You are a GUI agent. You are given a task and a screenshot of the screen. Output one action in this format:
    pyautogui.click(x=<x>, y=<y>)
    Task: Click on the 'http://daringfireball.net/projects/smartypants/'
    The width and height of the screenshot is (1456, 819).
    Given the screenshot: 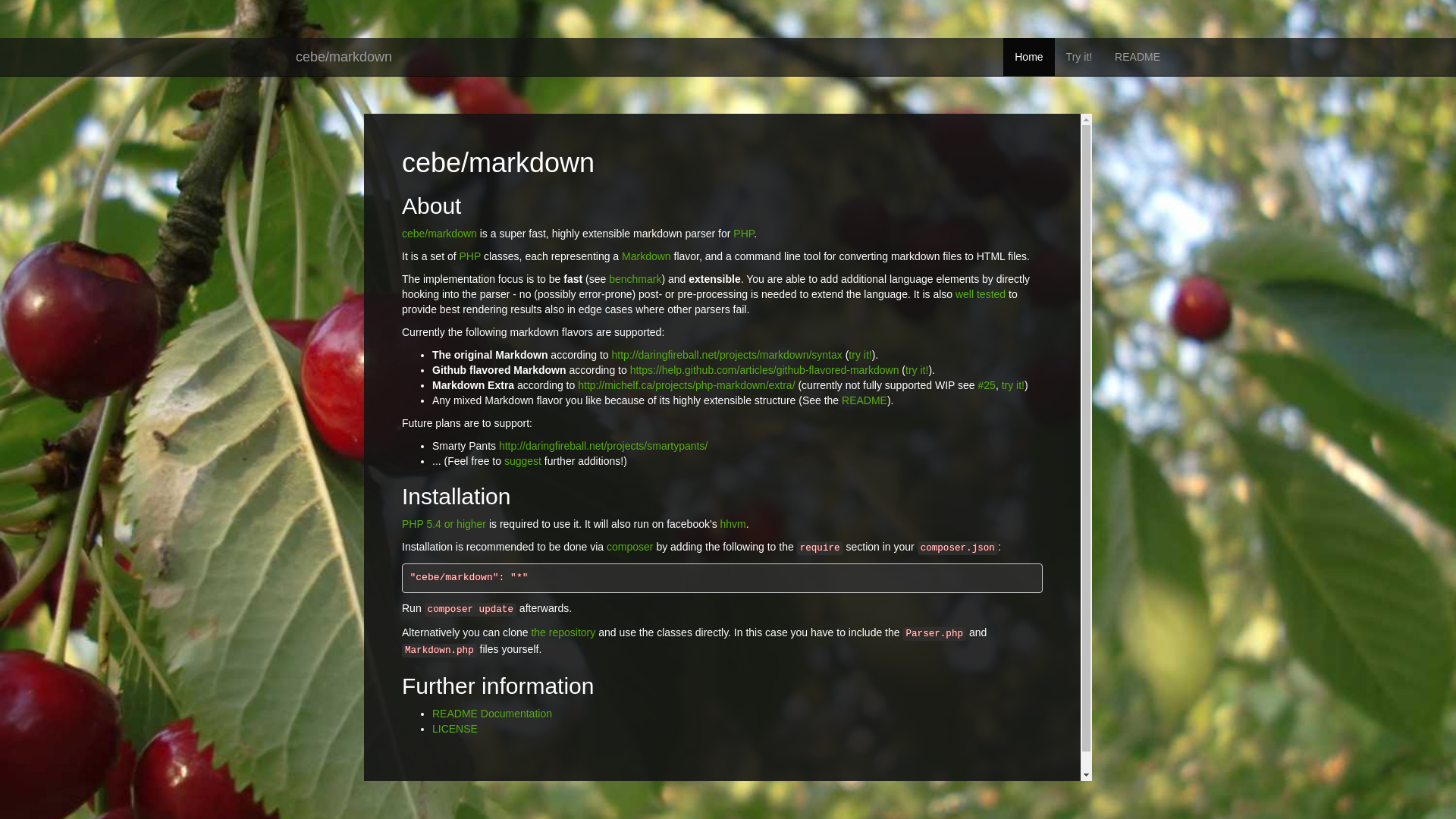 What is the action you would take?
    pyautogui.click(x=602, y=444)
    